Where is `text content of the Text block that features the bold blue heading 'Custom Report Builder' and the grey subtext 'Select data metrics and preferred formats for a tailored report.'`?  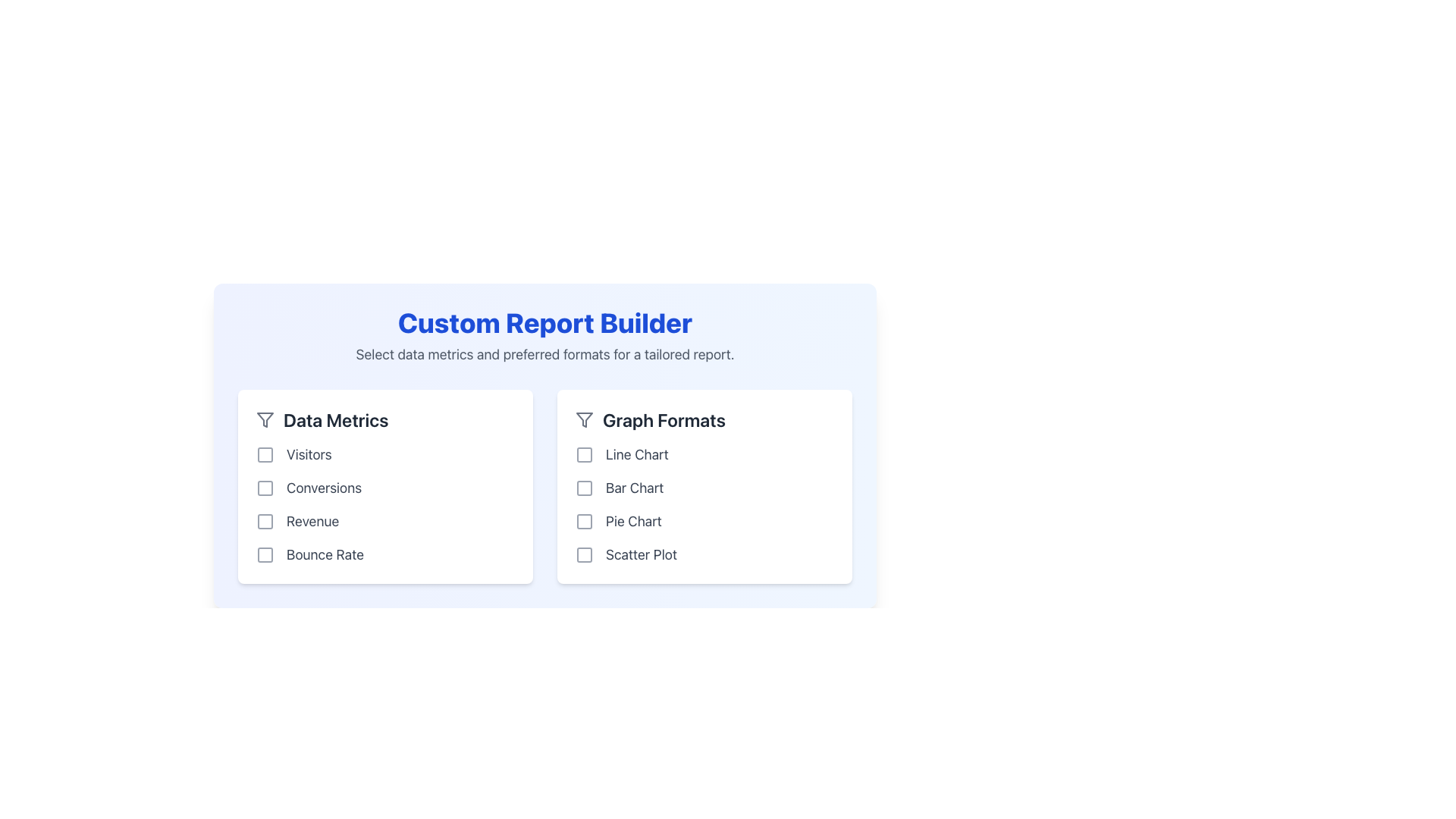
text content of the Text block that features the bold blue heading 'Custom Report Builder' and the grey subtext 'Select data metrics and preferred formats for a tailored report.' is located at coordinates (545, 335).